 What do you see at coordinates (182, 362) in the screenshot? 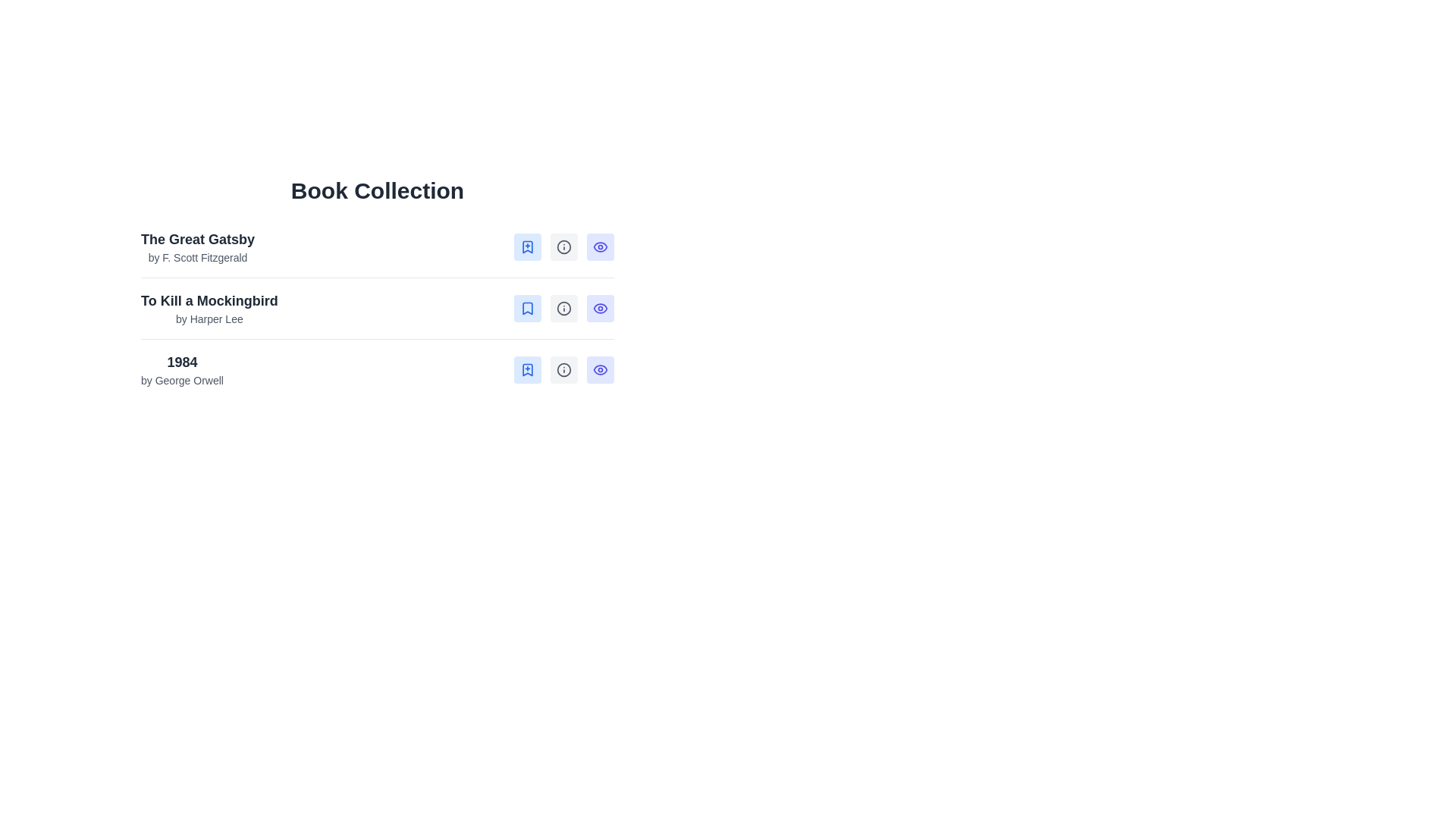
I see `text label displaying the title '1984', which is styled in bold and larger font size, located in the bottom segment of the 'Book Collection' section above the text 'by George Orwell'` at bounding box center [182, 362].